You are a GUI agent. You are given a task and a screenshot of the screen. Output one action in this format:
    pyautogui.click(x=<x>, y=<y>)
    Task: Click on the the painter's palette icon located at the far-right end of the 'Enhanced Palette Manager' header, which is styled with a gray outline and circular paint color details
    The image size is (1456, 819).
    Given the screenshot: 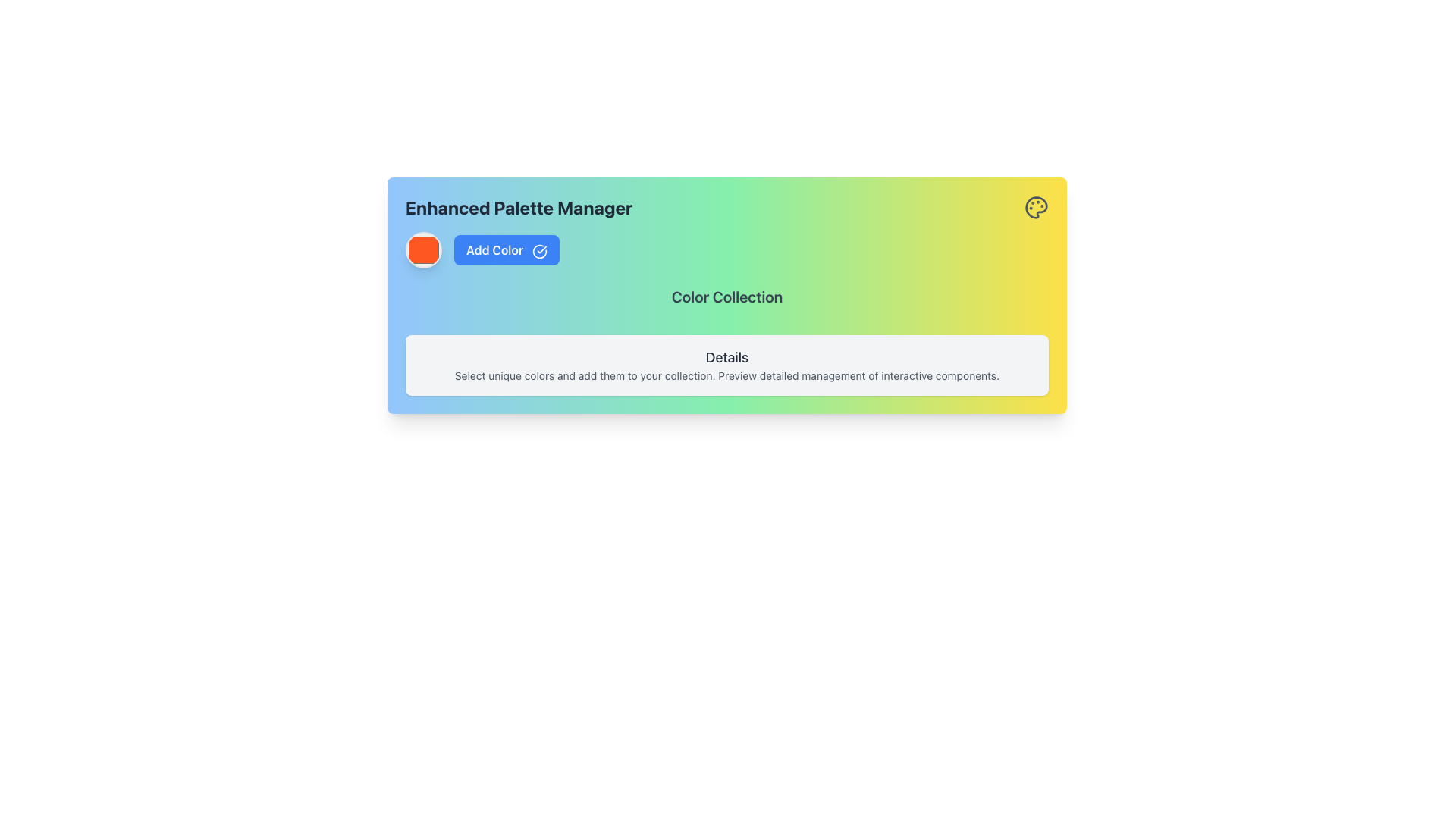 What is the action you would take?
    pyautogui.click(x=1036, y=207)
    